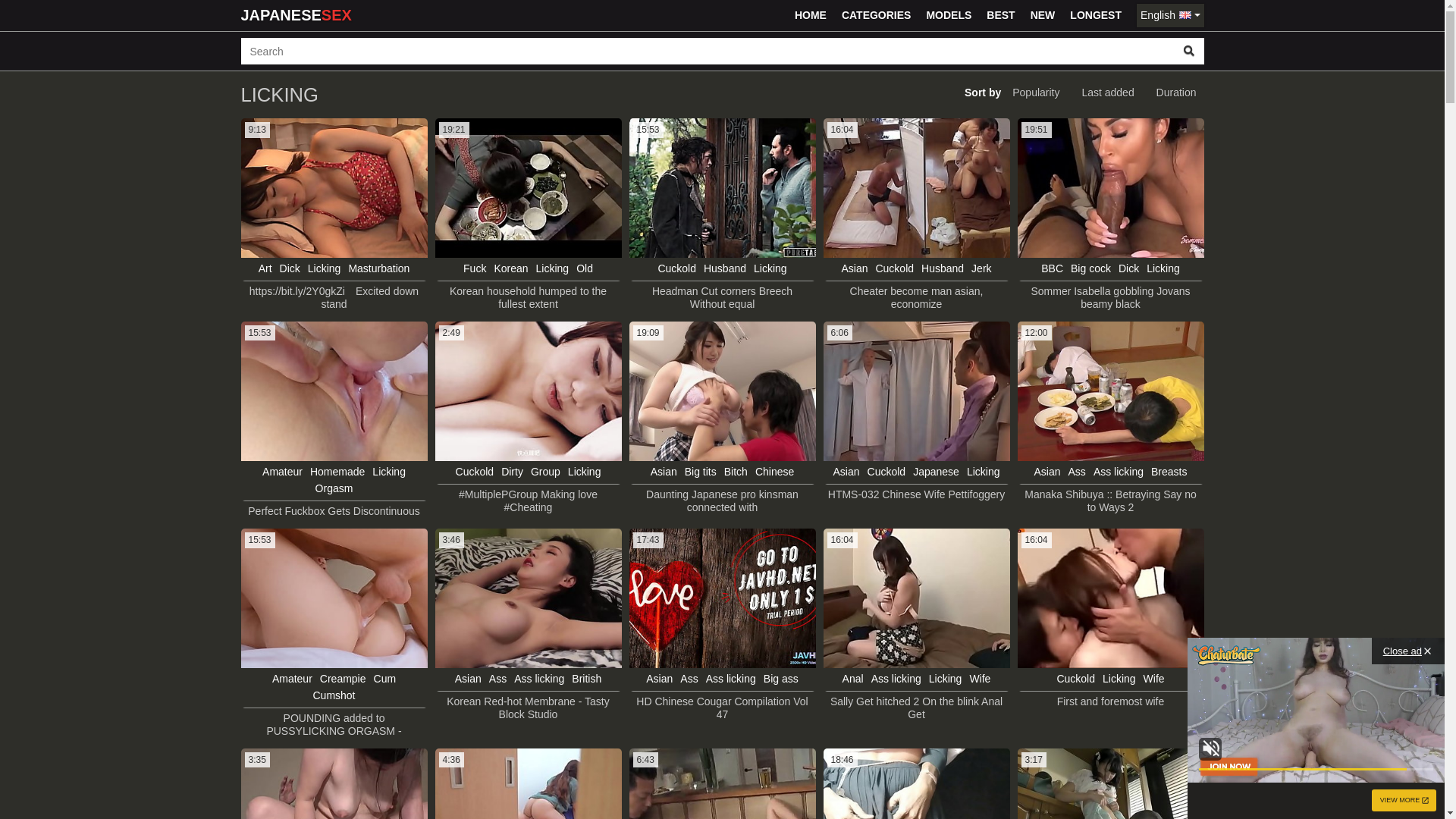 This screenshot has height=819, width=1456. What do you see at coordinates (342, 677) in the screenshot?
I see `'Creampie'` at bounding box center [342, 677].